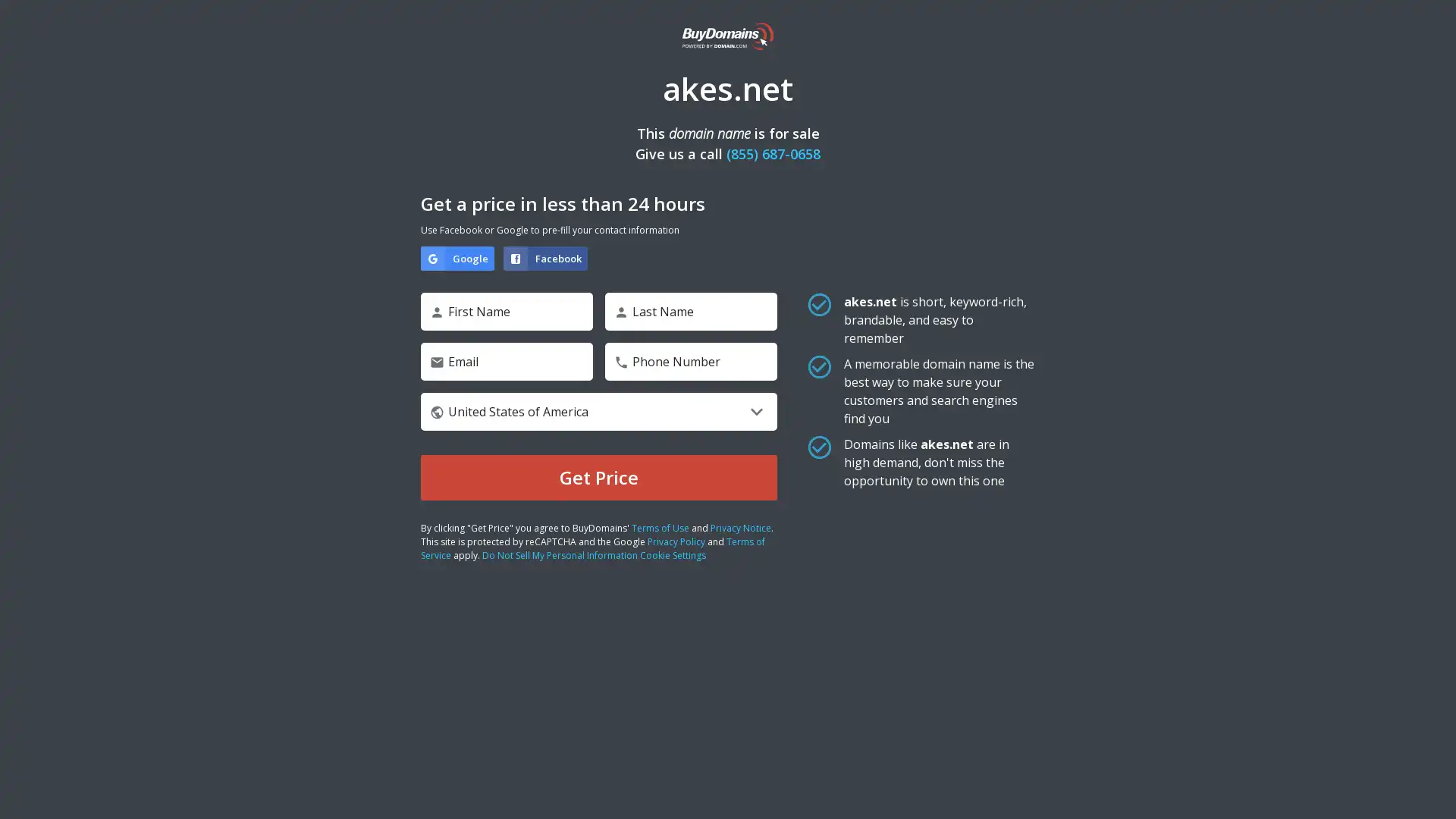 This screenshot has height=819, width=1456. What do you see at coordinates (457, 257) in the screenshot?
I see `Google` at bounding box center [457, 257].